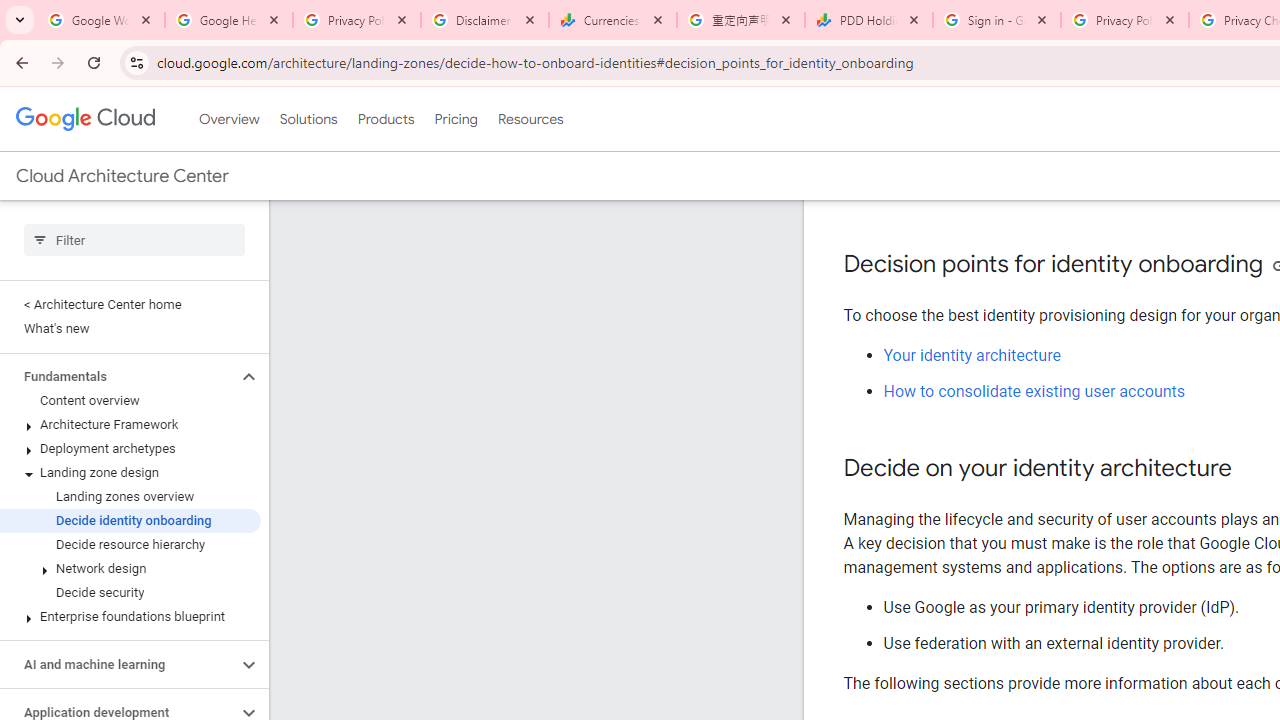 This screenshot has width=1280, height=720. What do you see at coordinates (997, 20) in the screenshot?
I see `'Sign in - Google Accounts'` at bounding box center [997, 20].